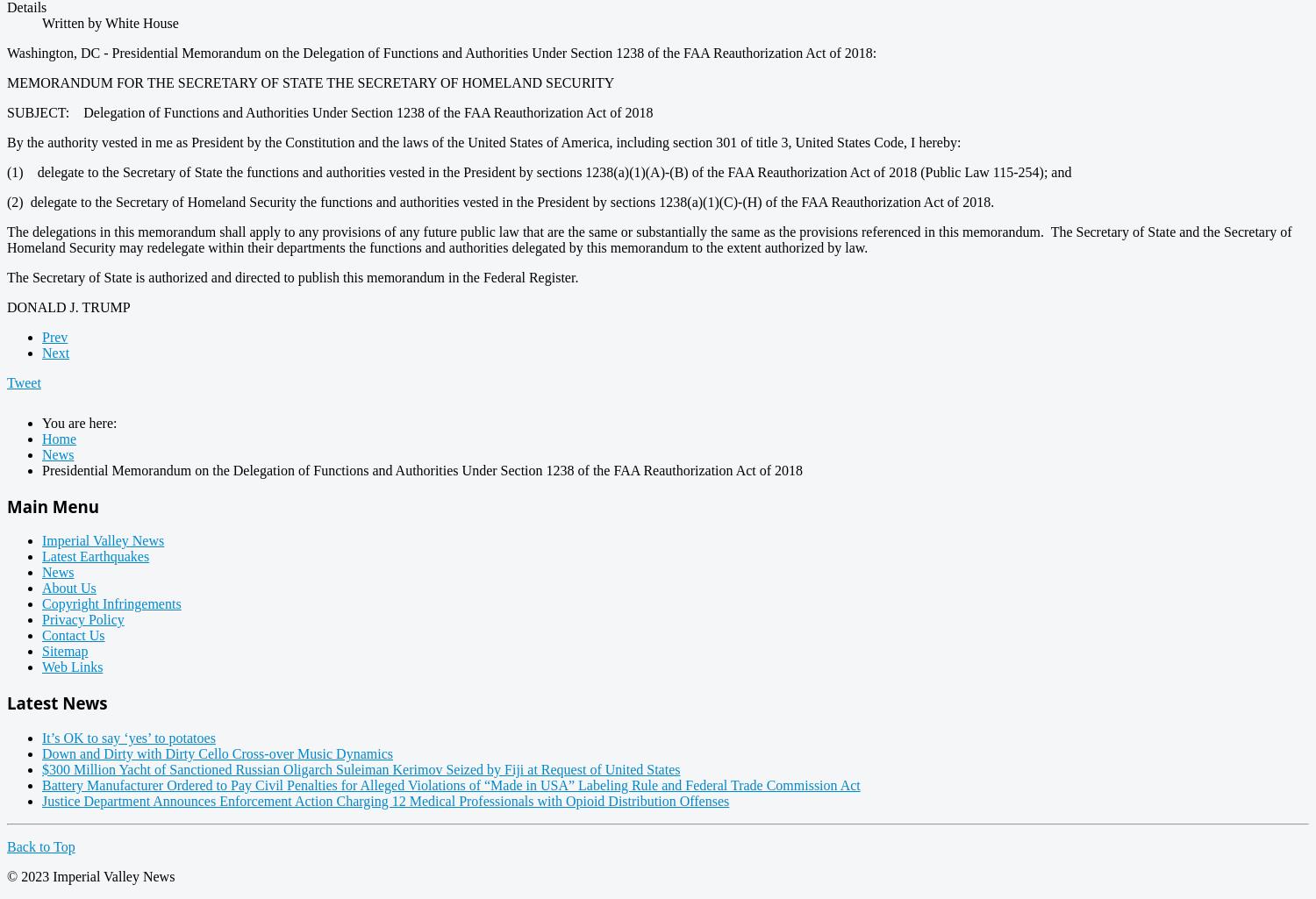  Describe the element at coordinates (361, 768) in the screenshot. I see `'$300 Million Yacht of Sanctioned Russian Oligarch Suleiman Kerimov Seized by Fiji at Request of United States'` at that location.